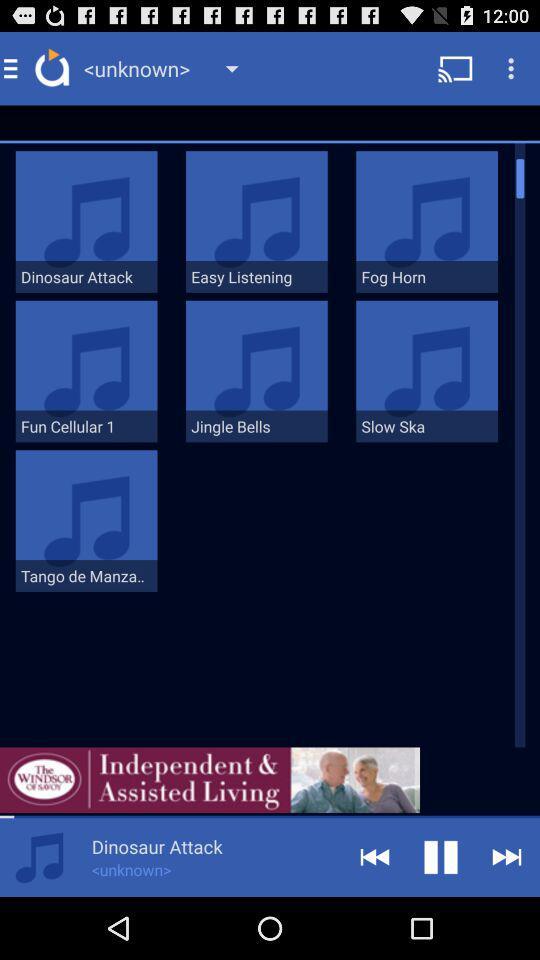 The width and height of the screenshot is (540, 960). I want to click on click advertisement, so click(209, 779).